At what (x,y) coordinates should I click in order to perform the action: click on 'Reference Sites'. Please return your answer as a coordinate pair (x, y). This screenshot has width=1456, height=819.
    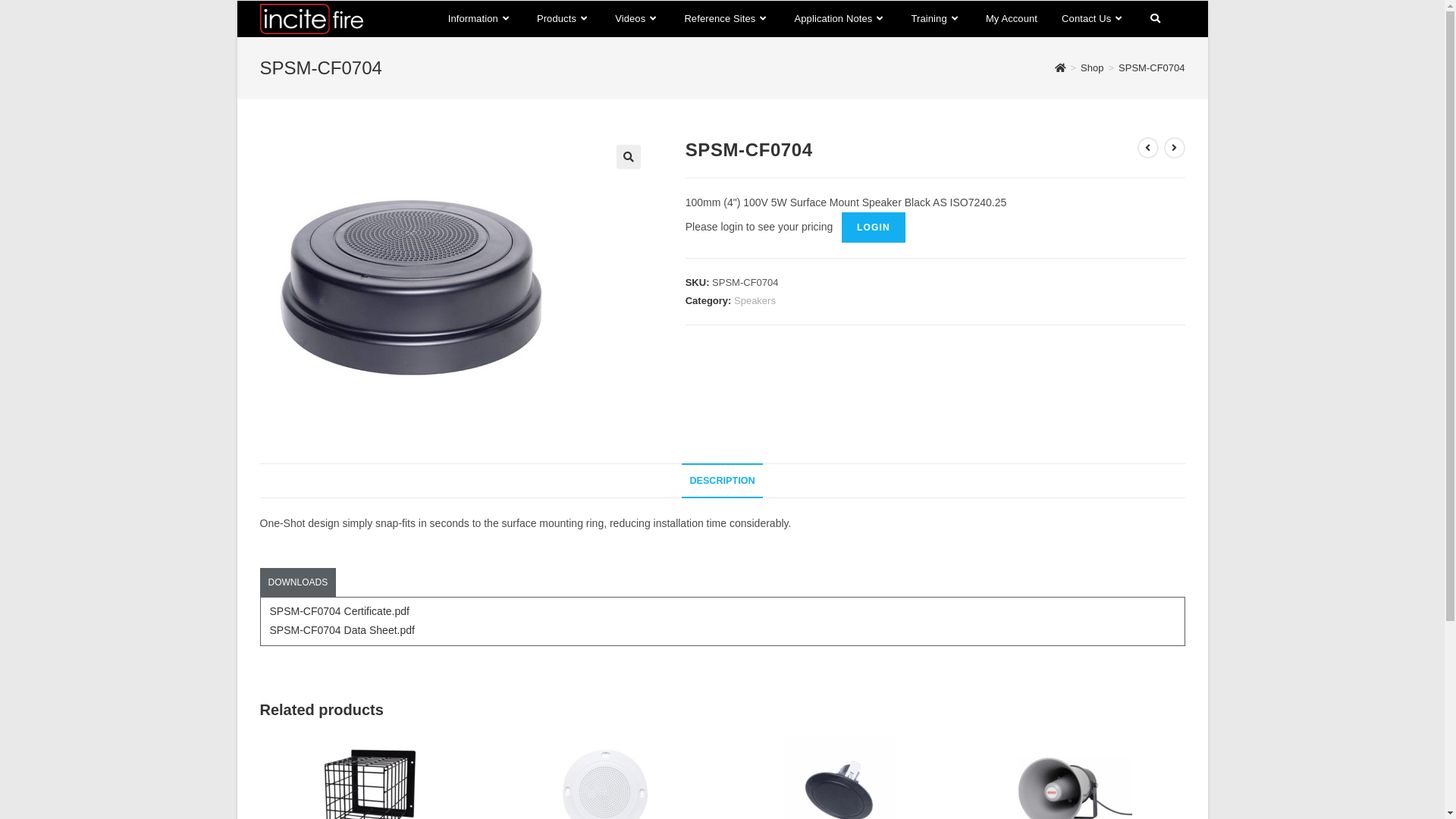
    Looking at the image, I should click on (726, 18).